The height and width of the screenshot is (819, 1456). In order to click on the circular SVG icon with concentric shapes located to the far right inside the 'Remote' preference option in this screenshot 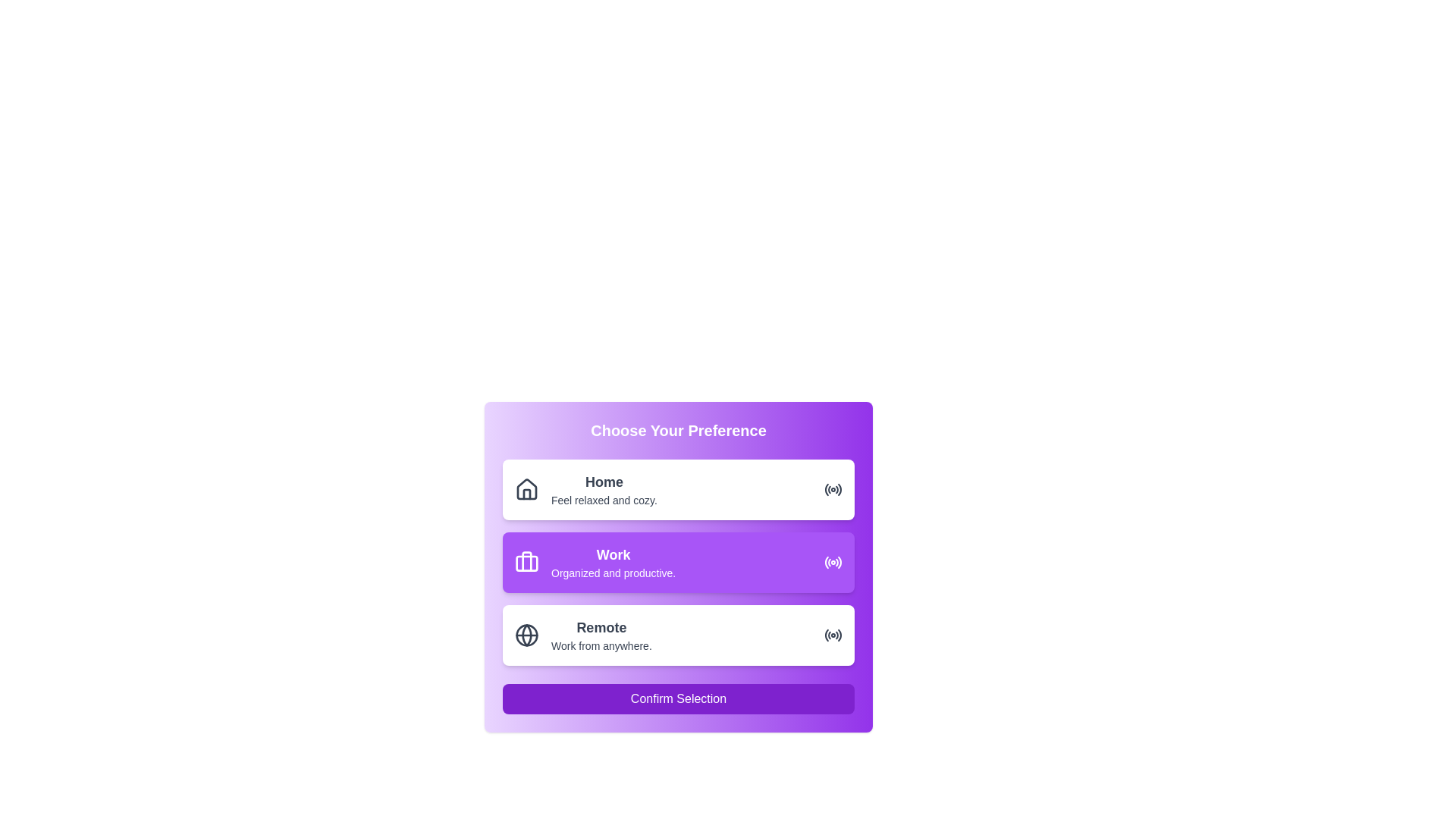, I will do `click(833, 635)`.